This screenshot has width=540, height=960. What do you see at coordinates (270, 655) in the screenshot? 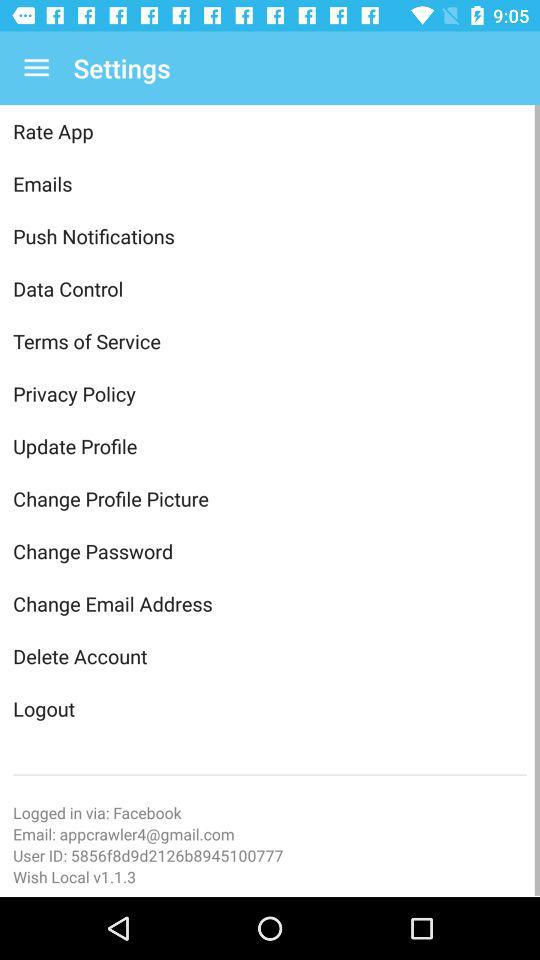
I see `delete account` at bounding box center [270, 655].